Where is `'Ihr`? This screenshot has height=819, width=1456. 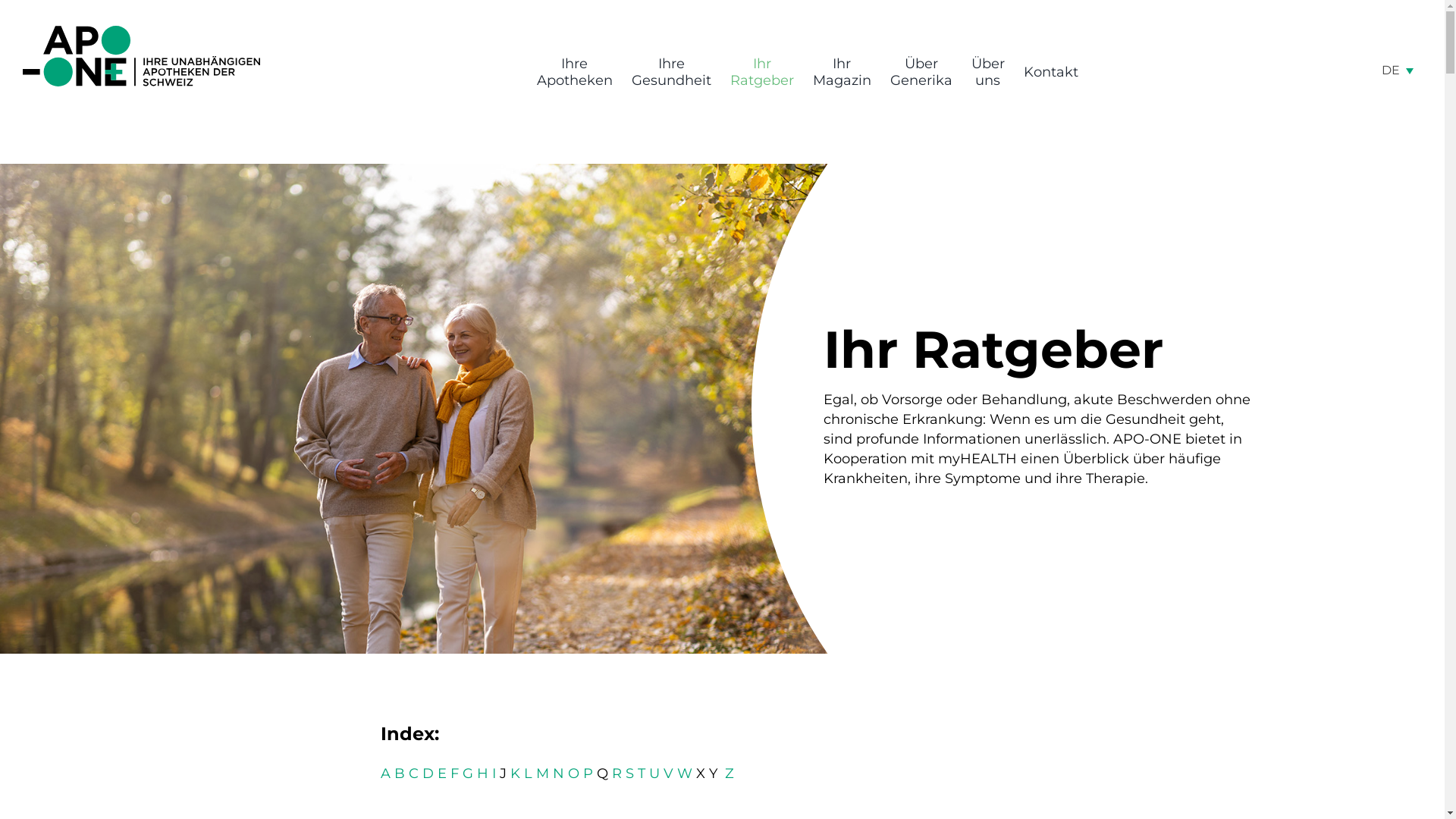
'Ihr is located at coordinates (761, 72).